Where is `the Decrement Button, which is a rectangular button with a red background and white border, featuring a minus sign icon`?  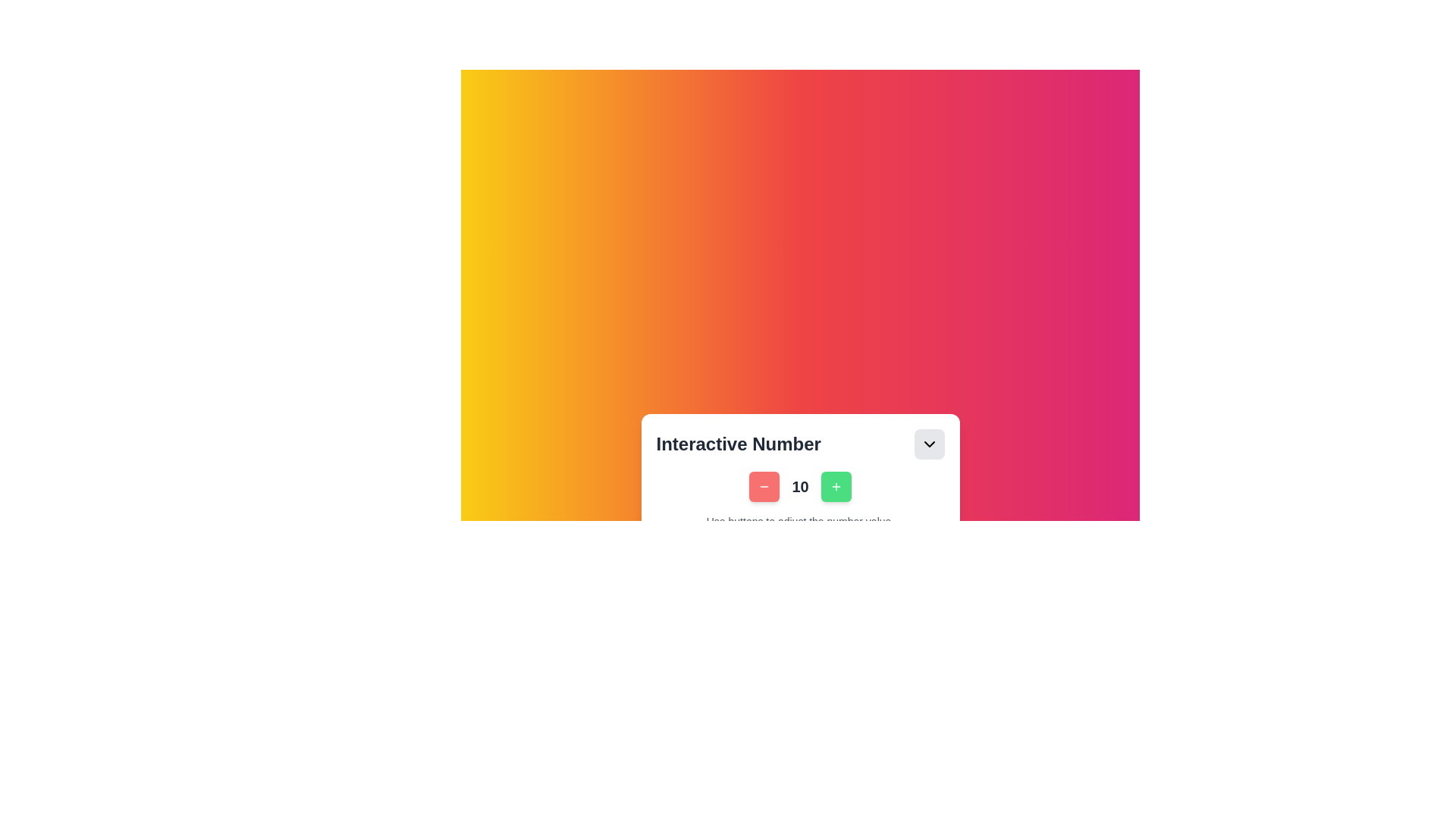
the Decrement Button, which is a rectangular button with a red background and white border, featuring a minus sign icon is located at coordinates (764, 486).